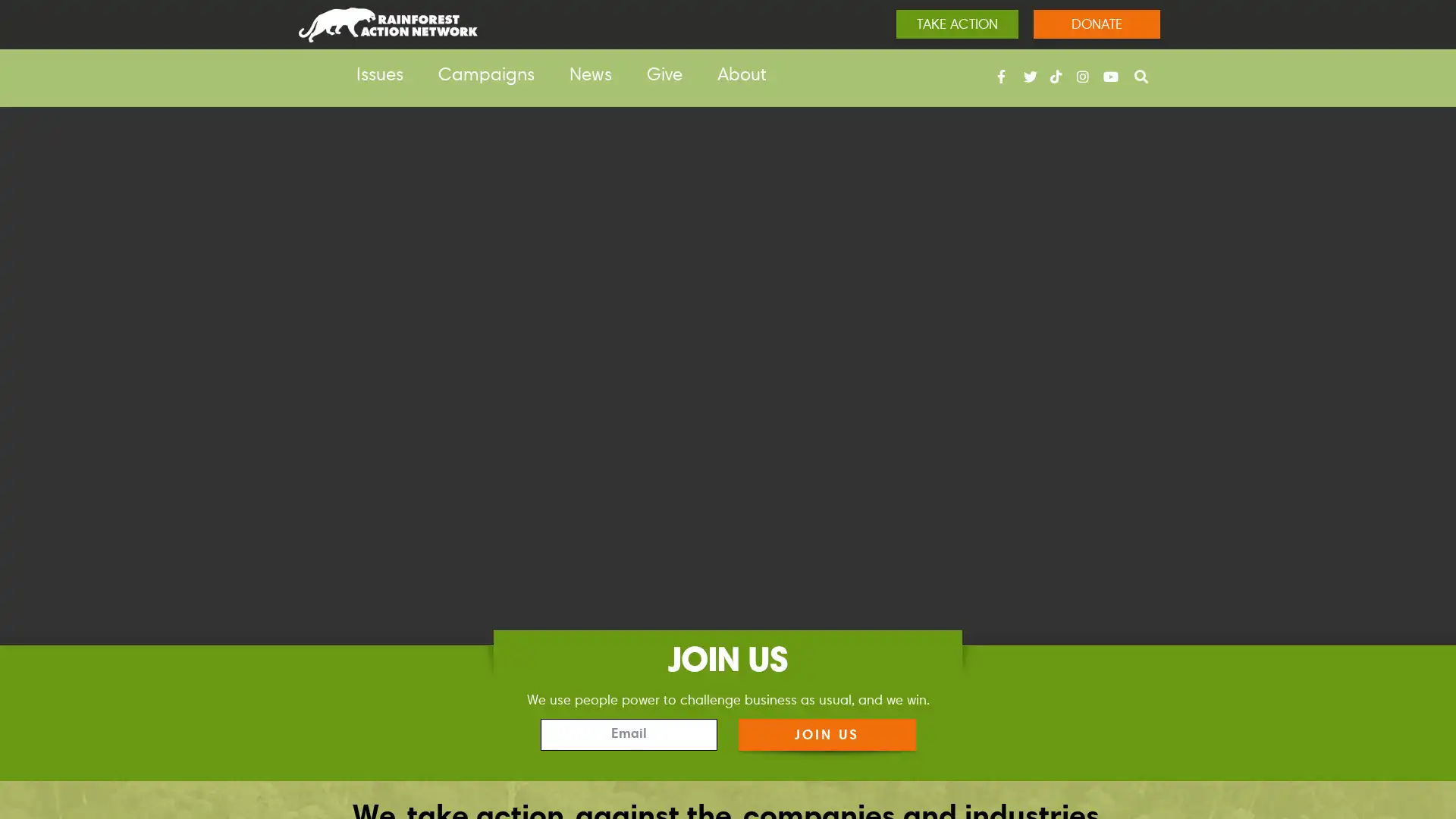 The image size is (1456, 819). Describe the element at coordinates (1371, 739) in the screenshot. I see `enter full screen` at that location.